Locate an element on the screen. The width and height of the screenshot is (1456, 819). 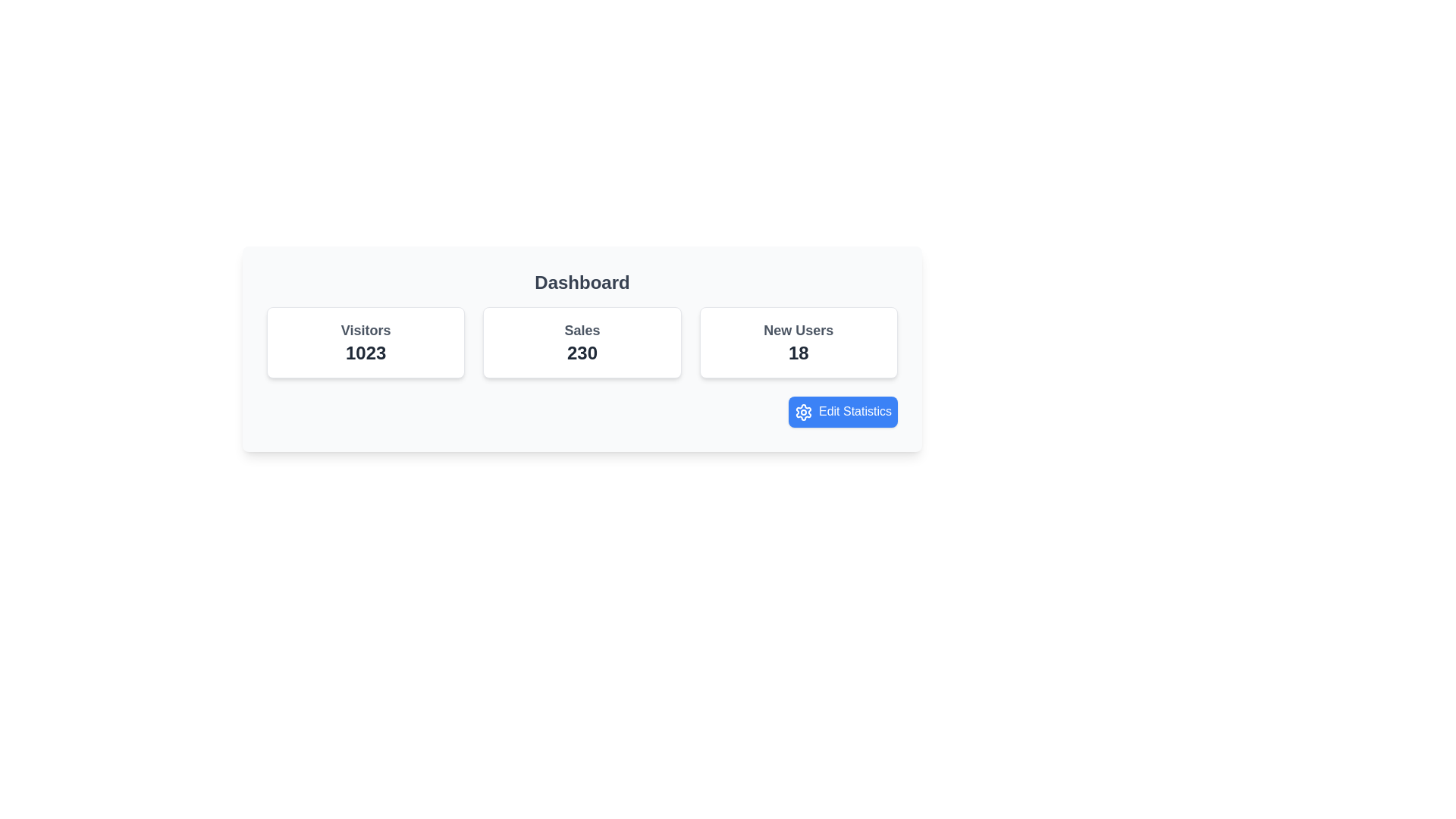
value displayed as '1023', which is styled in bold dark gray font and located under the 'Visitors' label in the leftmost card of the dashboard is located at coordinates (366, 353).